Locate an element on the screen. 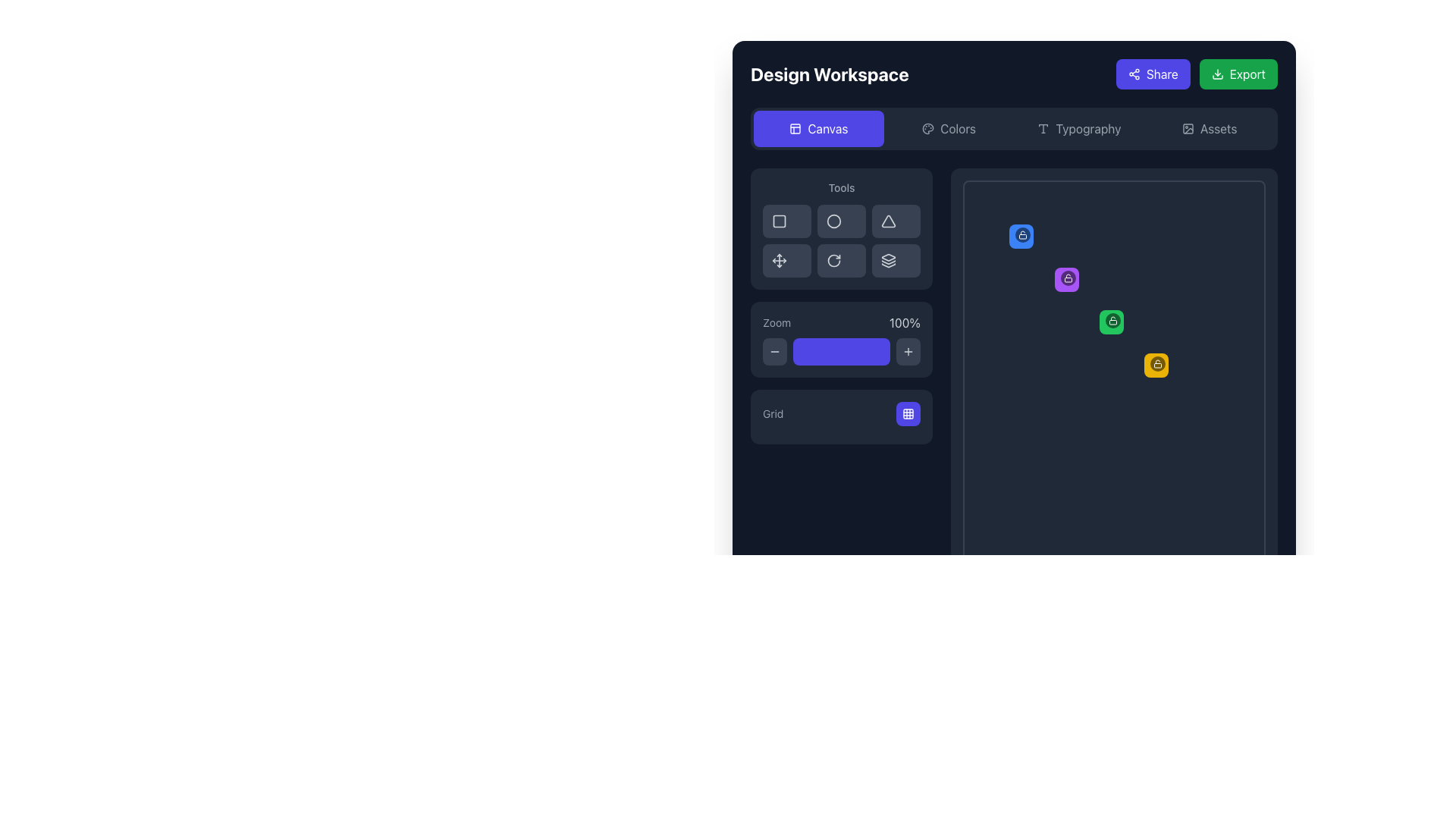 This screenshot has width=1456, height=819. the 'Colors' label in the top navigation bar is located at coordinates (957, 127).